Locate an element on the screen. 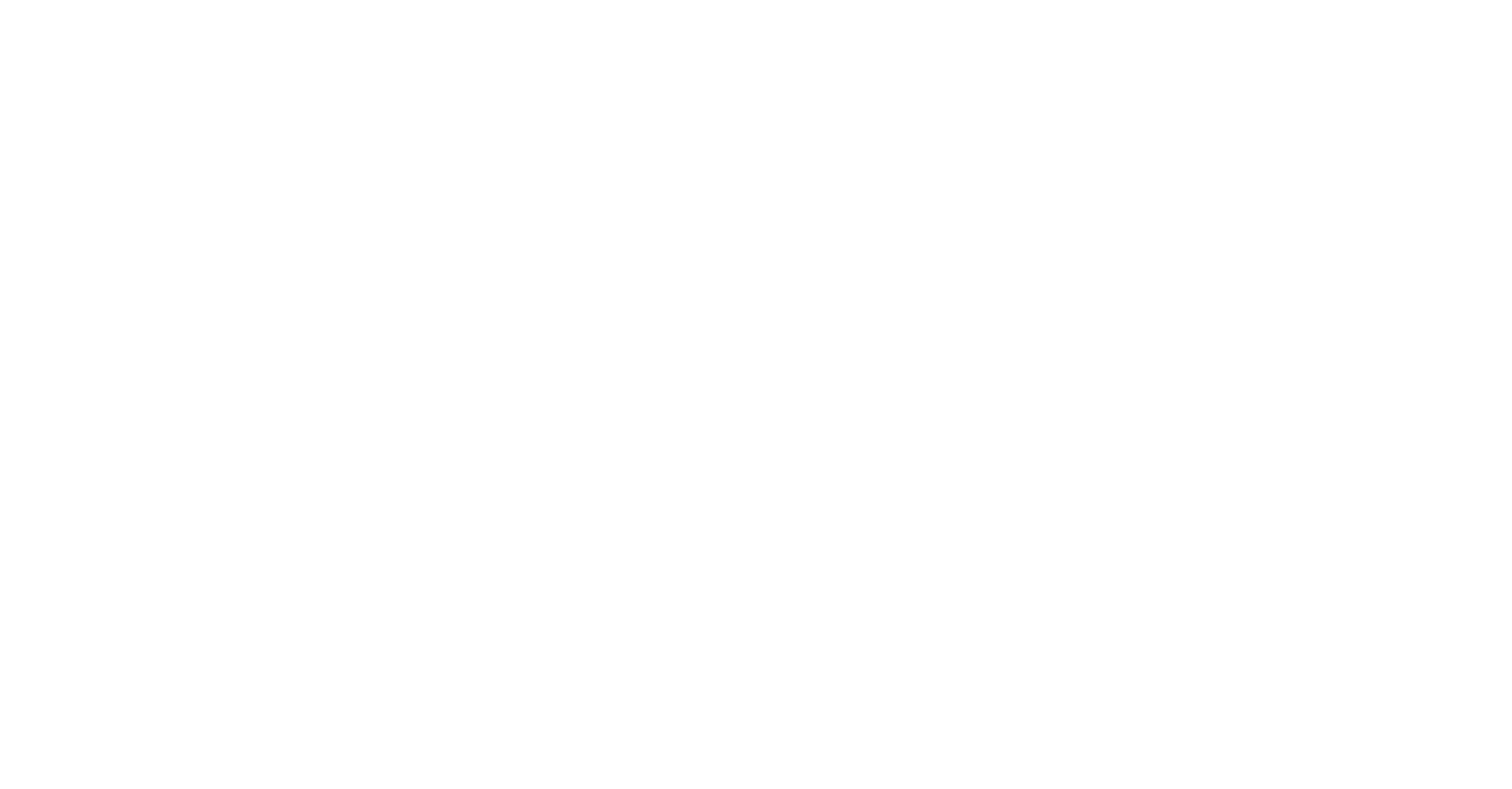 The image size is (1512, 789). 'Transparenzhinweis' is located at coordinates (94, 505).